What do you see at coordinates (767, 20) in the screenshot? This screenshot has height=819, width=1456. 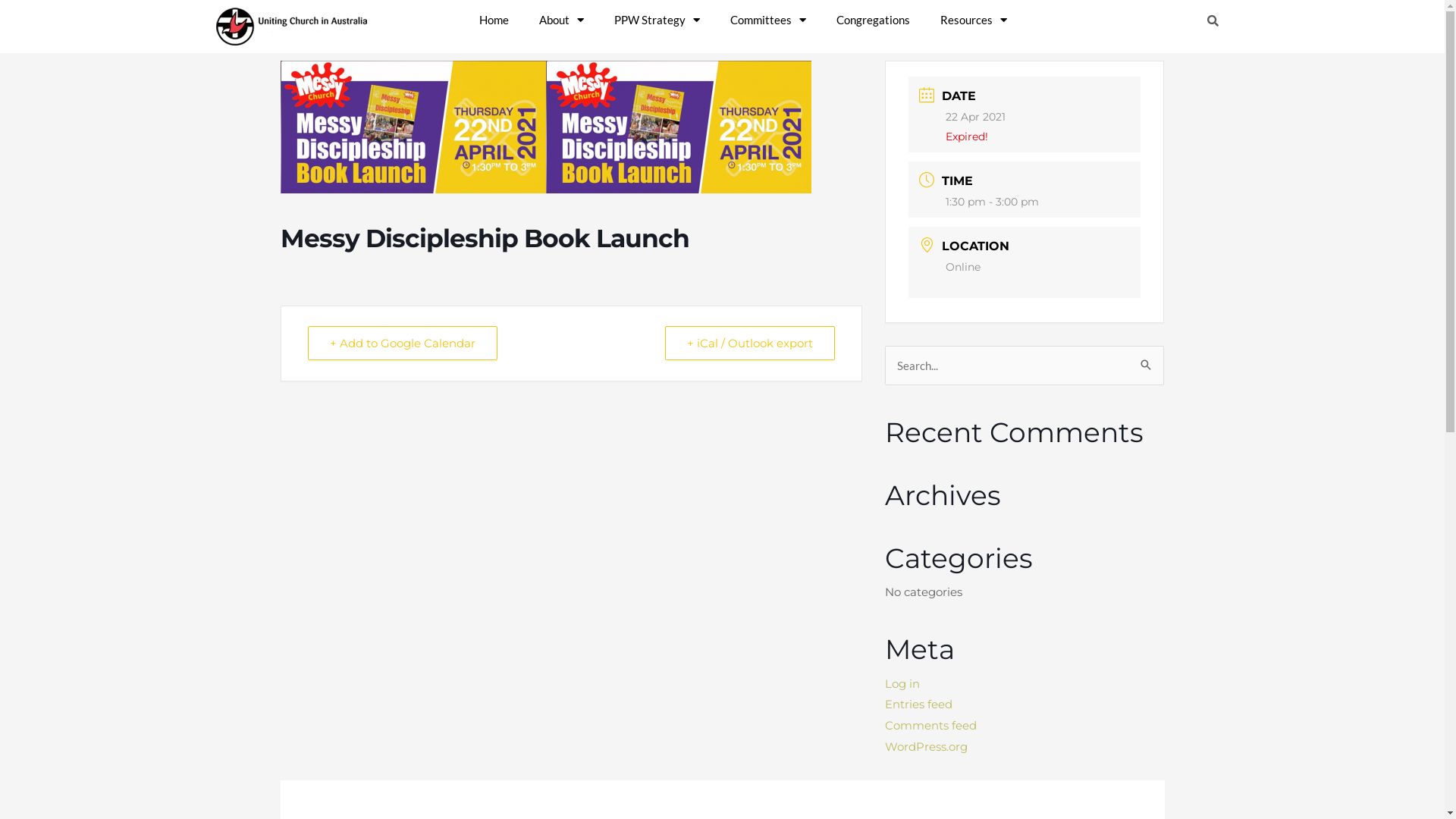 I see `'Committees'` at bounding box center [767, 20].